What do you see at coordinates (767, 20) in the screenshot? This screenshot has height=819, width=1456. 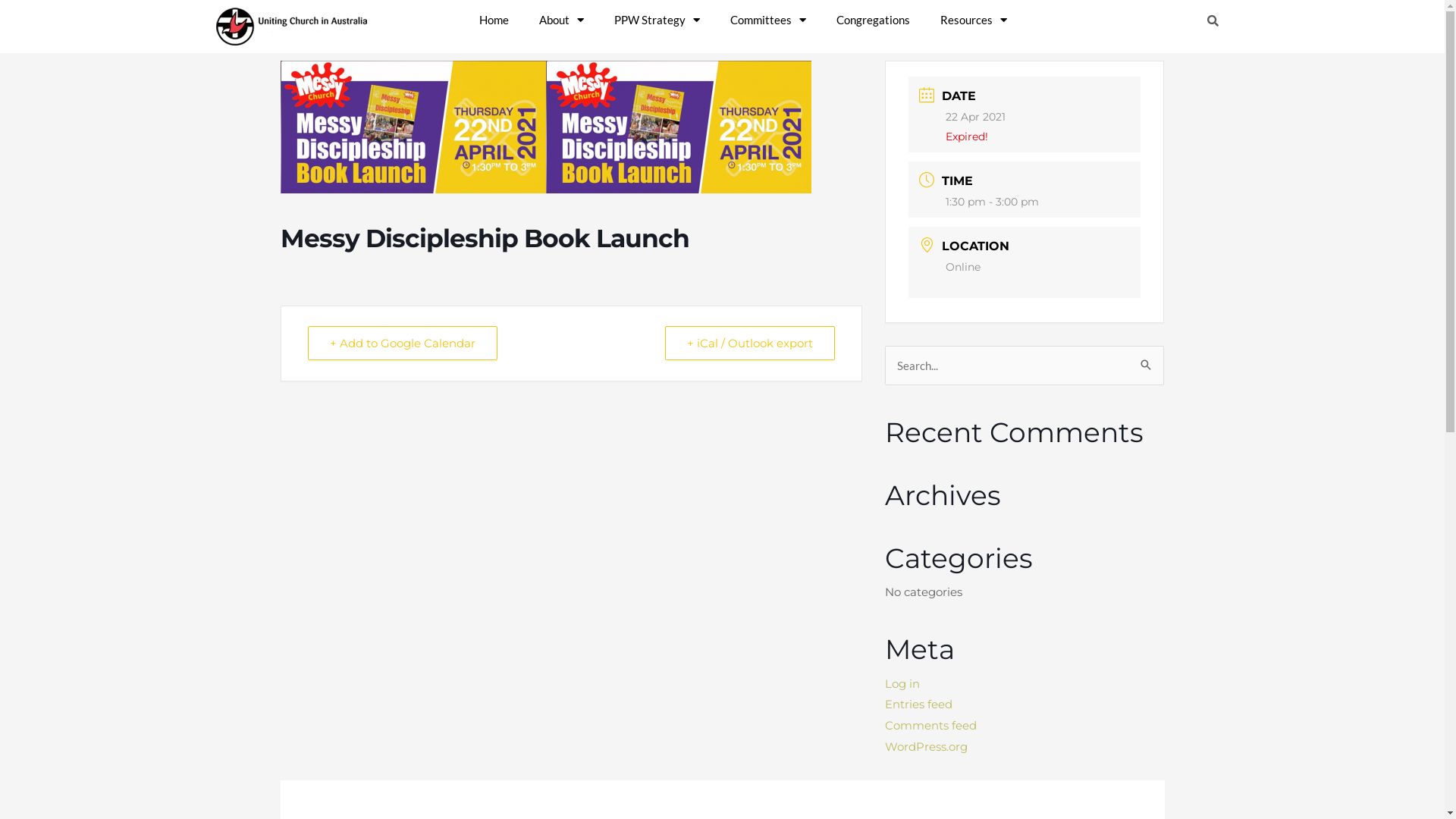 I see `'Committees'` at bounding box center [767, 20].